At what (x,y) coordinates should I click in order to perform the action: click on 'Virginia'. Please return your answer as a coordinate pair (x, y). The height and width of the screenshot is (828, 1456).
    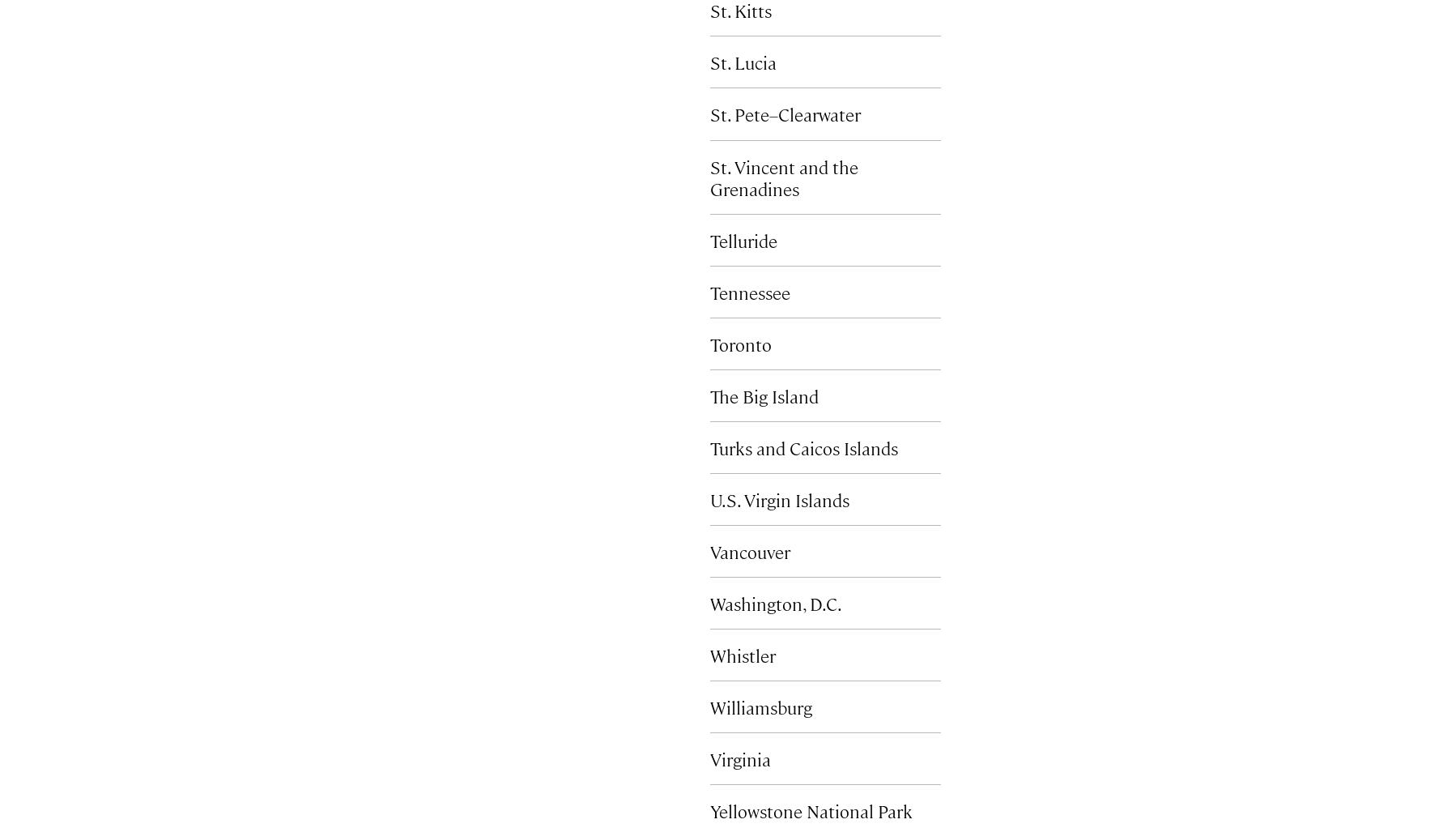
    Looking at the image, I should click on (739, 758).